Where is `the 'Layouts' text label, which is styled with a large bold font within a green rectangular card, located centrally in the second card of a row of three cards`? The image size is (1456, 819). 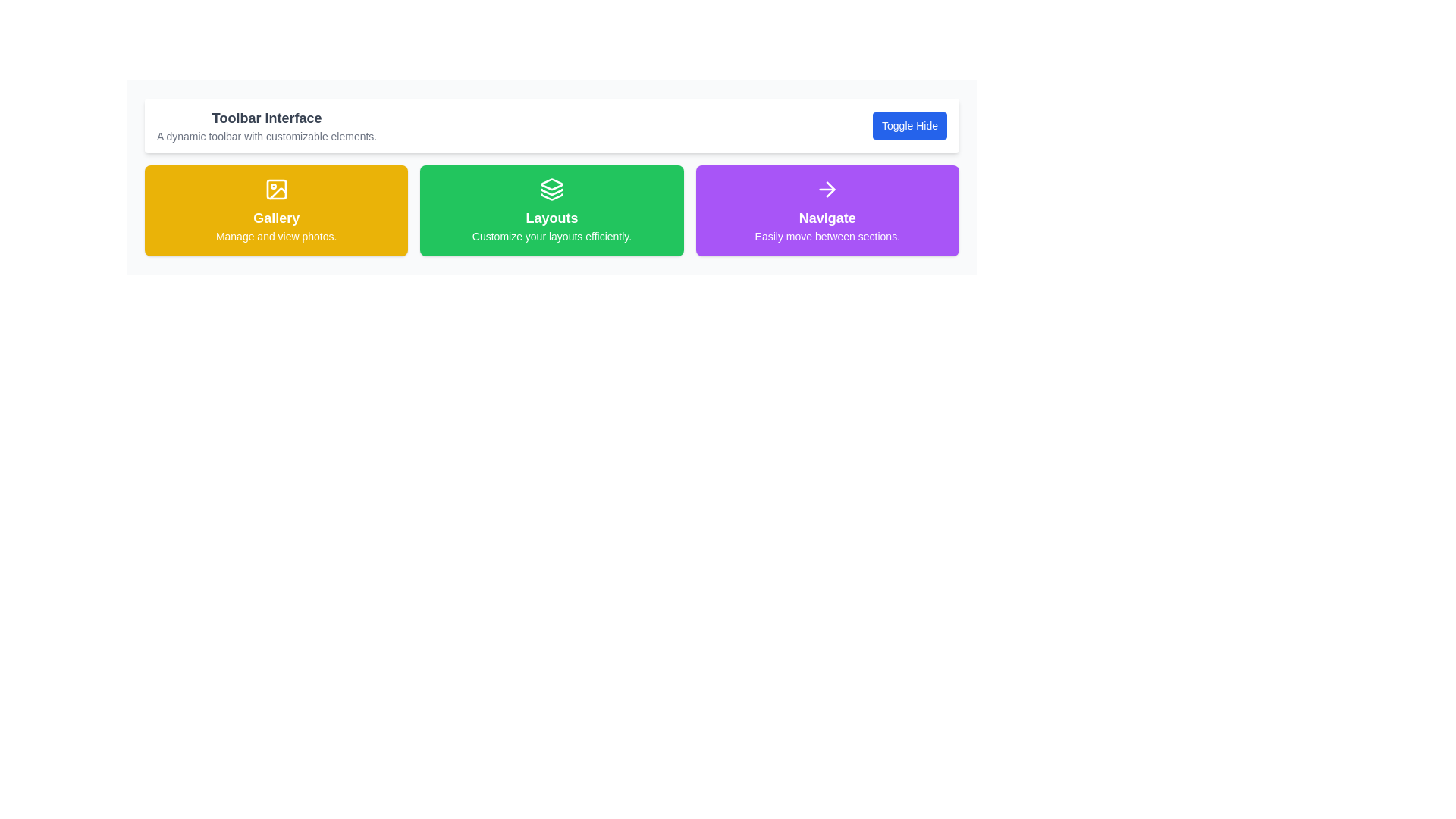 the 'Layouts' text label, which is styled with a large bold font within a green rectangular card, located centrally in the second card of a row of three cards is located at coordinates (551, 218).